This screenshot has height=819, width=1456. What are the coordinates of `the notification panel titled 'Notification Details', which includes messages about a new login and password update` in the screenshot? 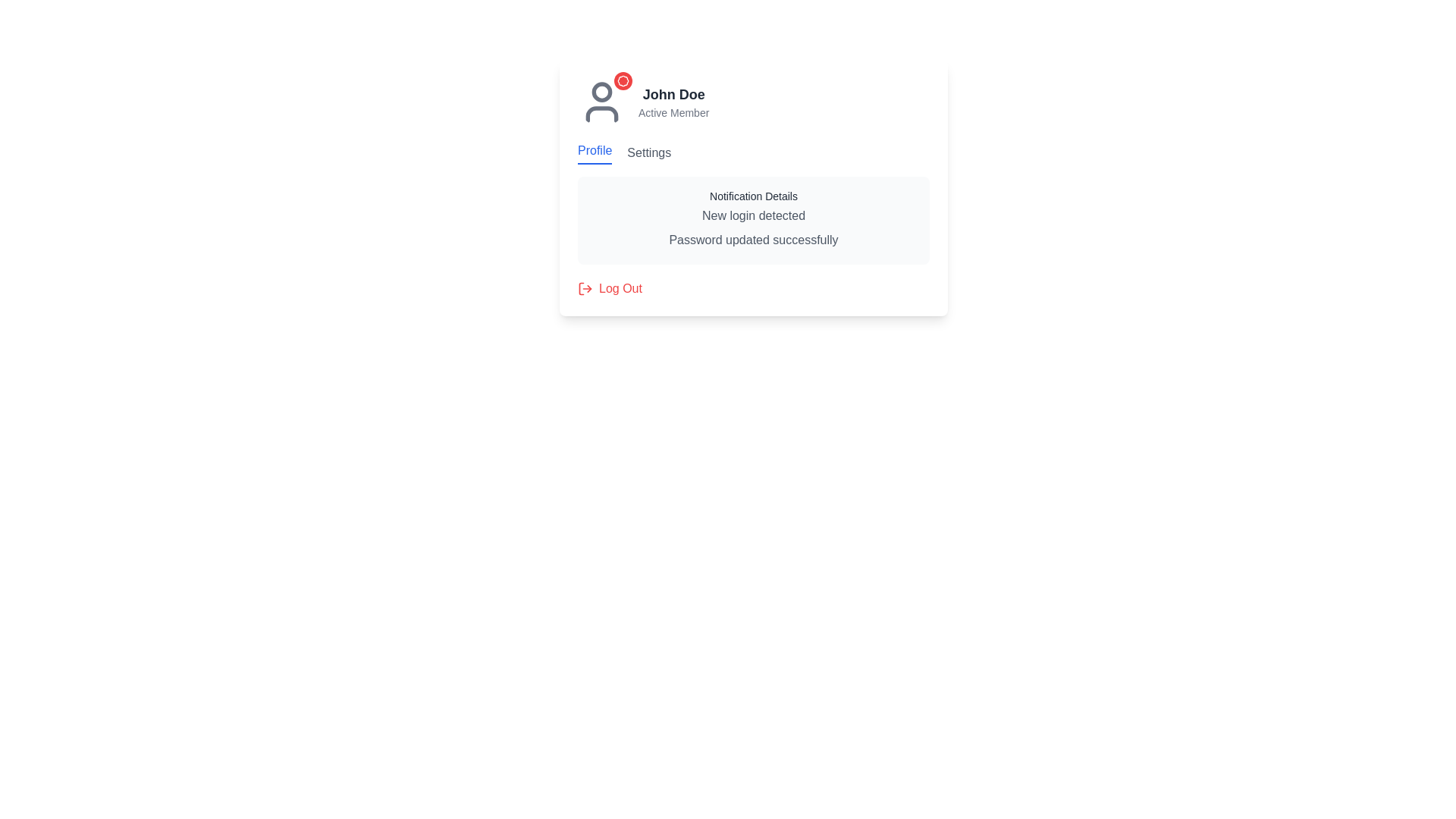 It's located at (753, 202).